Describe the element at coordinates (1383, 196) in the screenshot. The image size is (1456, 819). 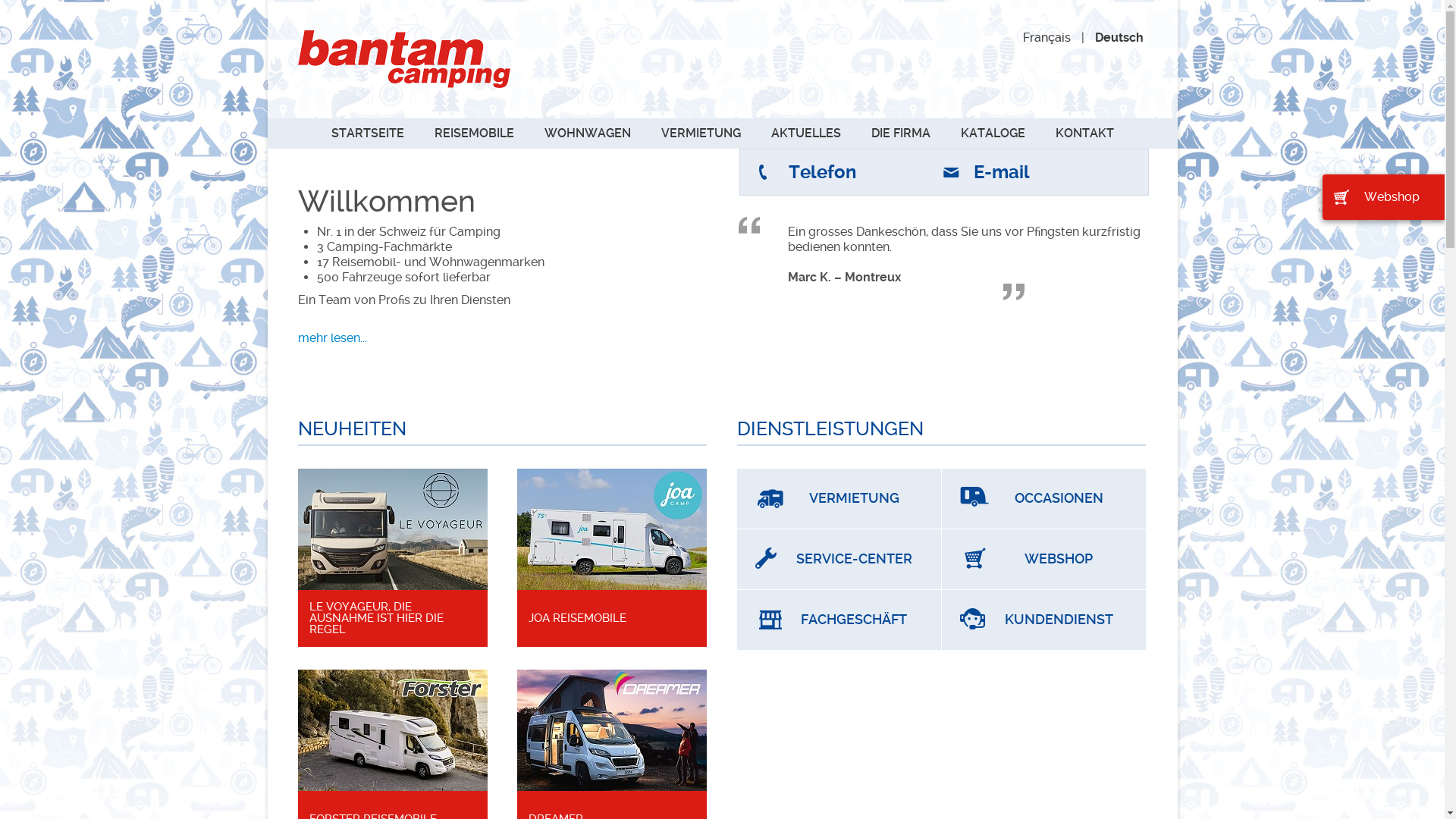
I see `'Webshop'` at that location.